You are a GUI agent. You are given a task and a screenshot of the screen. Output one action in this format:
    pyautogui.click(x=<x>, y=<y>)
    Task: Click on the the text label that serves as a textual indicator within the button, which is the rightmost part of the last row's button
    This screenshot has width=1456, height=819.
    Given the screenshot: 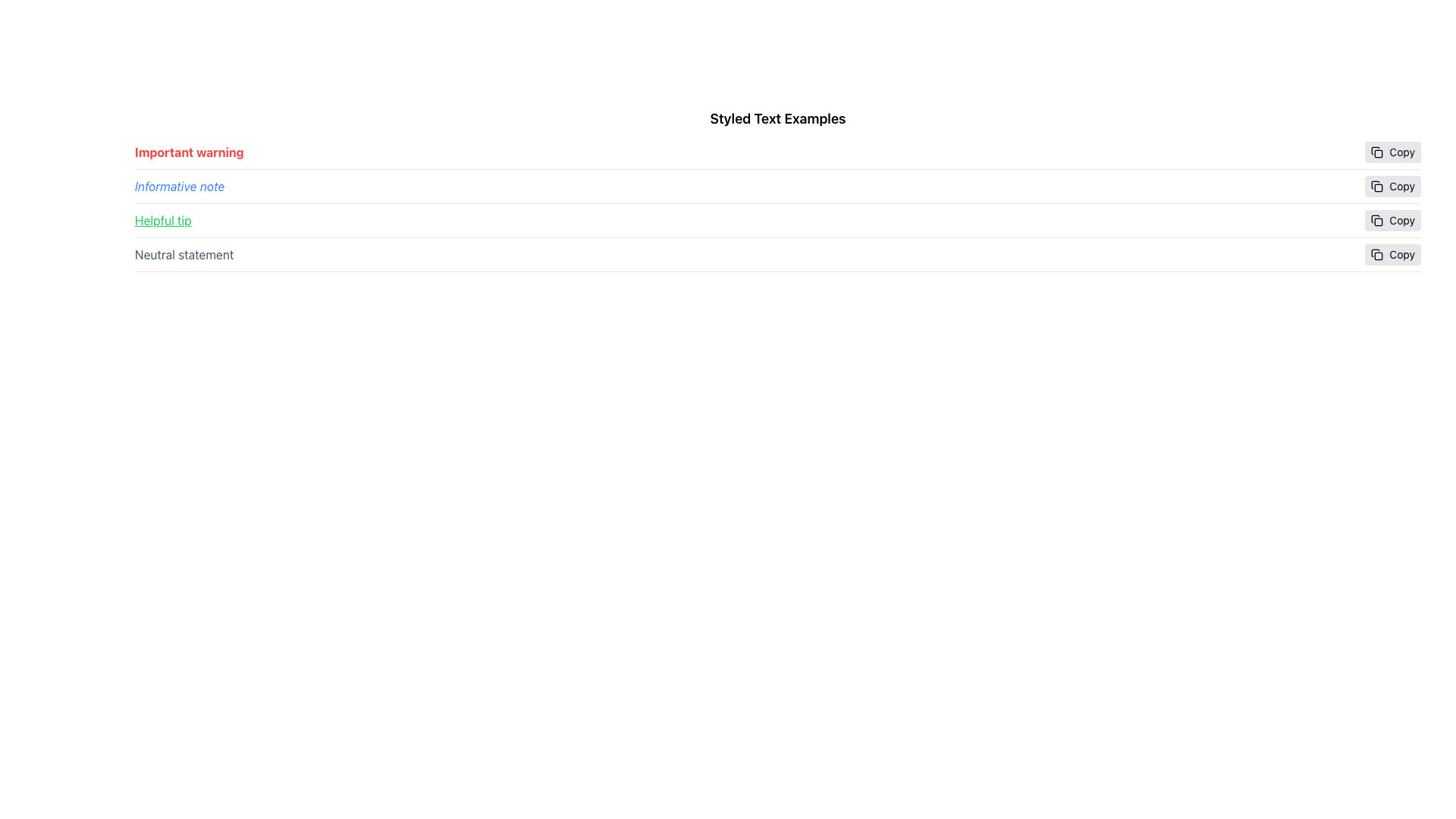 What is the action you would take?
    pyautogui.click(x=1401, y=253)
    